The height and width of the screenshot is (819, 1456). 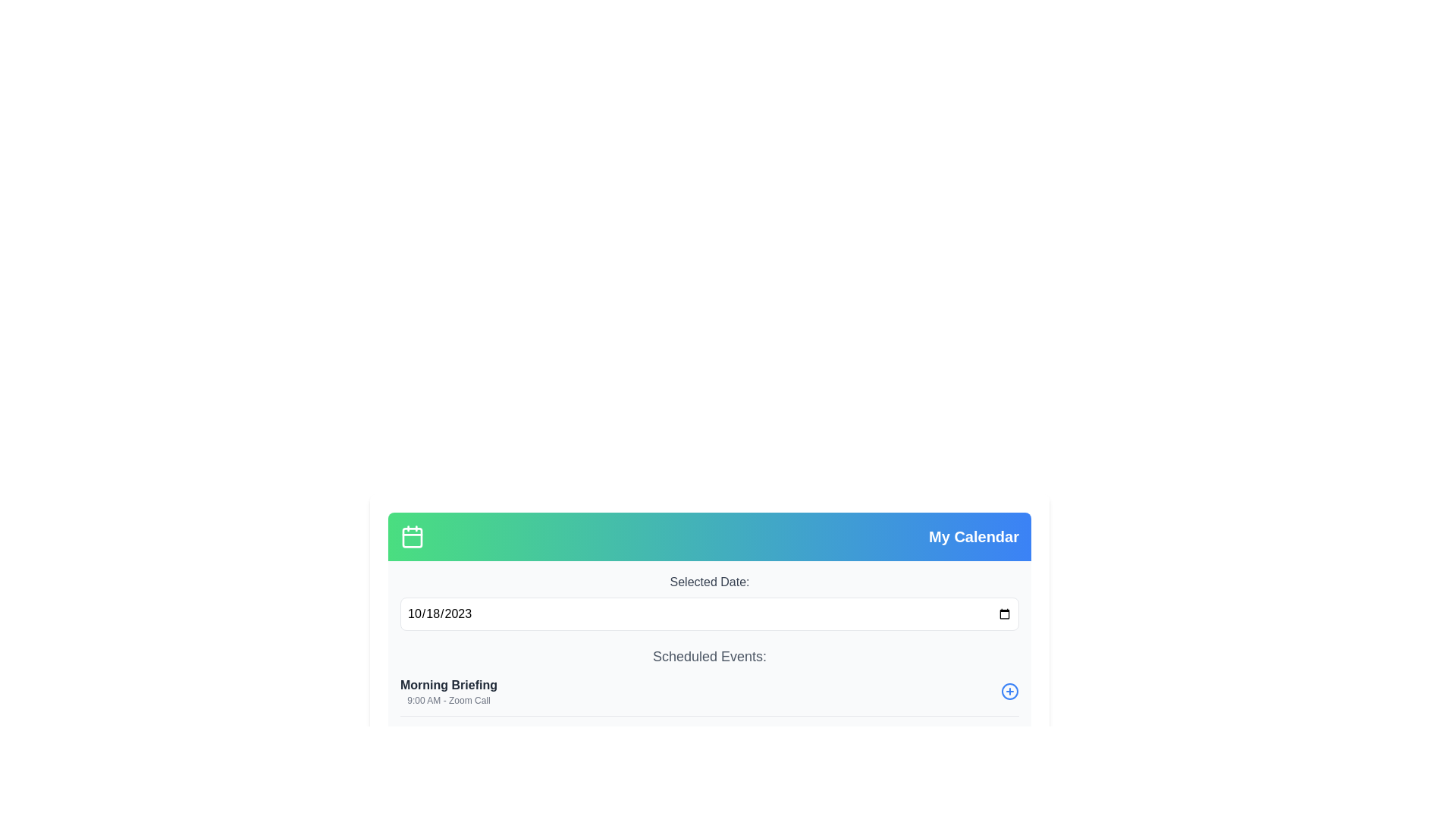 I want to click on time and event information displayed in the text label '9:00 AM - Zoom Call' located below the title 'Morning Briefing' in the 'Scheduled Events' section, so click(x=447, y=701).